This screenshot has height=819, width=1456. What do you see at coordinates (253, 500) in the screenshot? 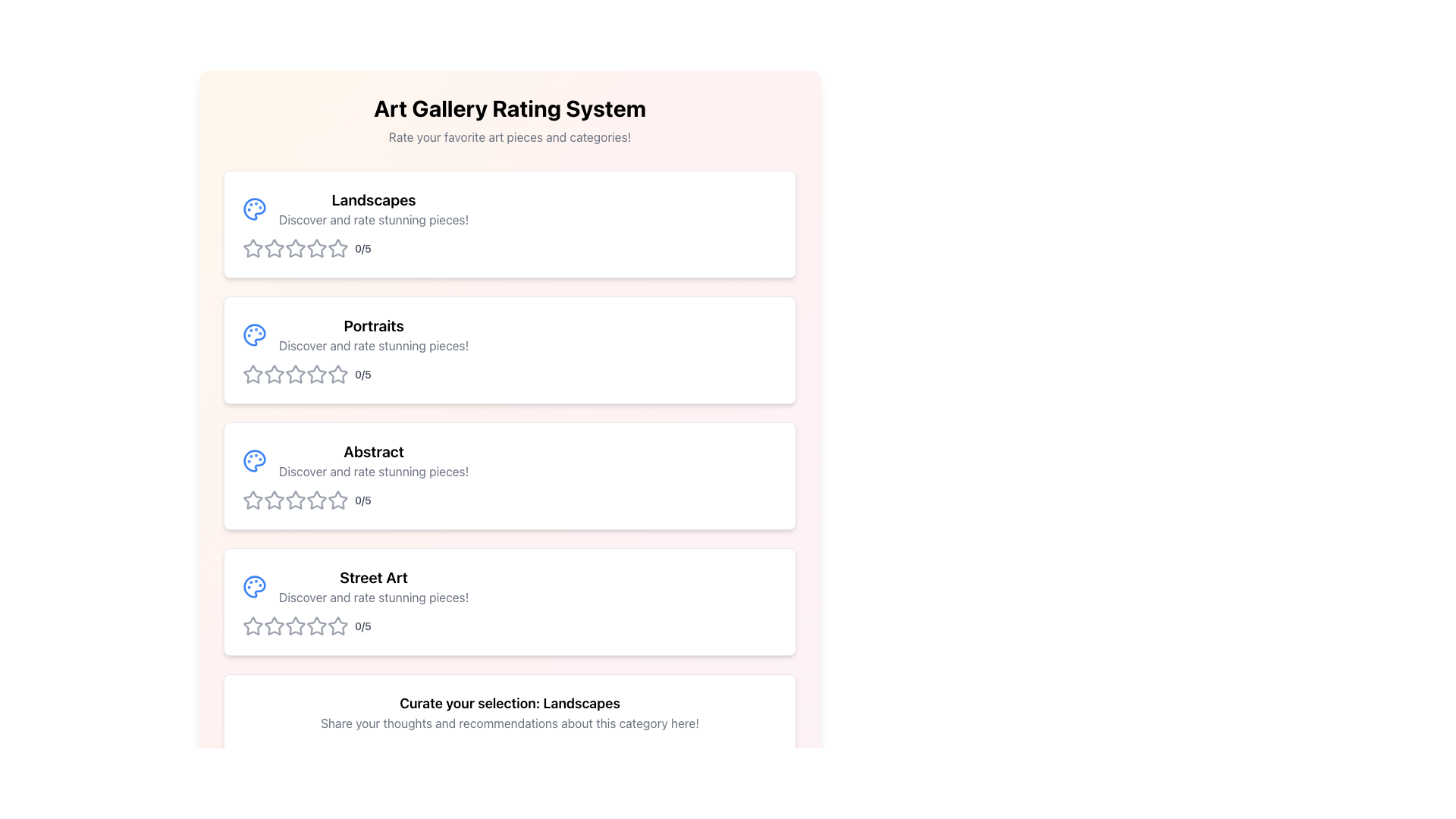
I see `the first star button in the five-star rating system for the 'Abstract' category` at bounding box center [253, 500].